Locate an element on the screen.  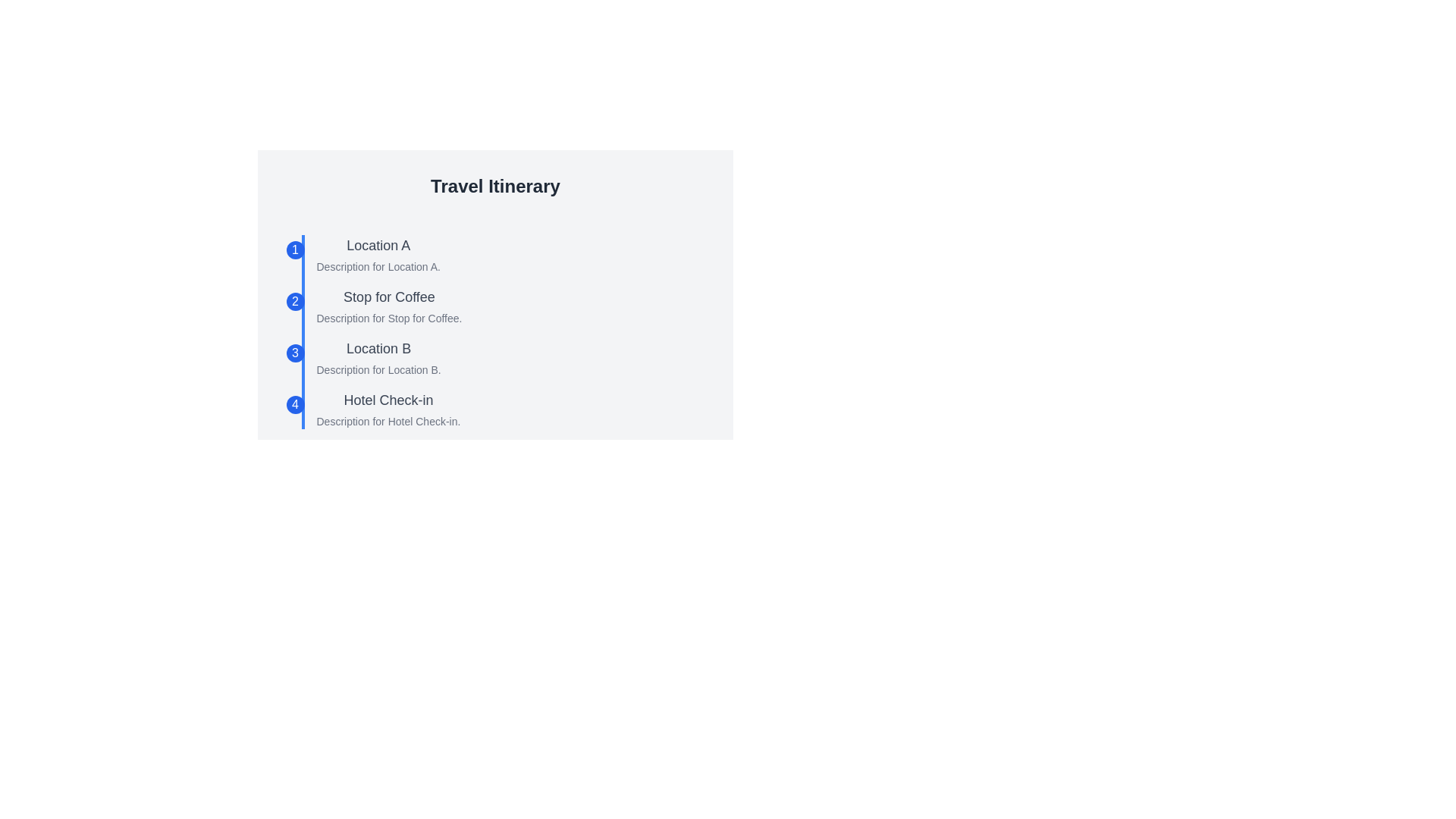
text header for 'Location B', which is the third header in a vertical list of locations, positioned below 'Stop for Coffee' and above 'Description for Location B' is located at coordinates (378, 348).